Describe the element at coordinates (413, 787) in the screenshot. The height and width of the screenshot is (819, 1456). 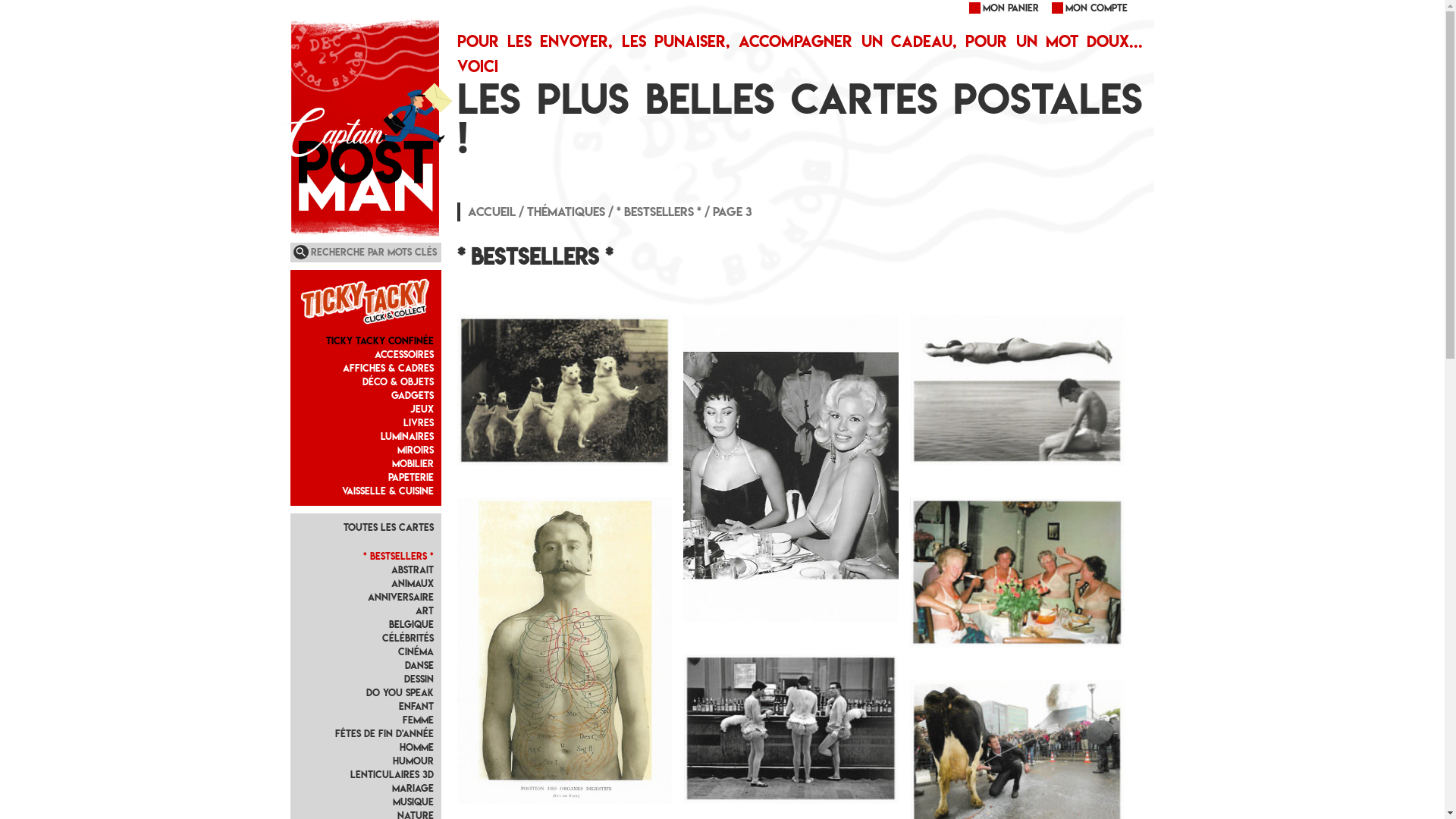
I see `'mariage'` at that location.